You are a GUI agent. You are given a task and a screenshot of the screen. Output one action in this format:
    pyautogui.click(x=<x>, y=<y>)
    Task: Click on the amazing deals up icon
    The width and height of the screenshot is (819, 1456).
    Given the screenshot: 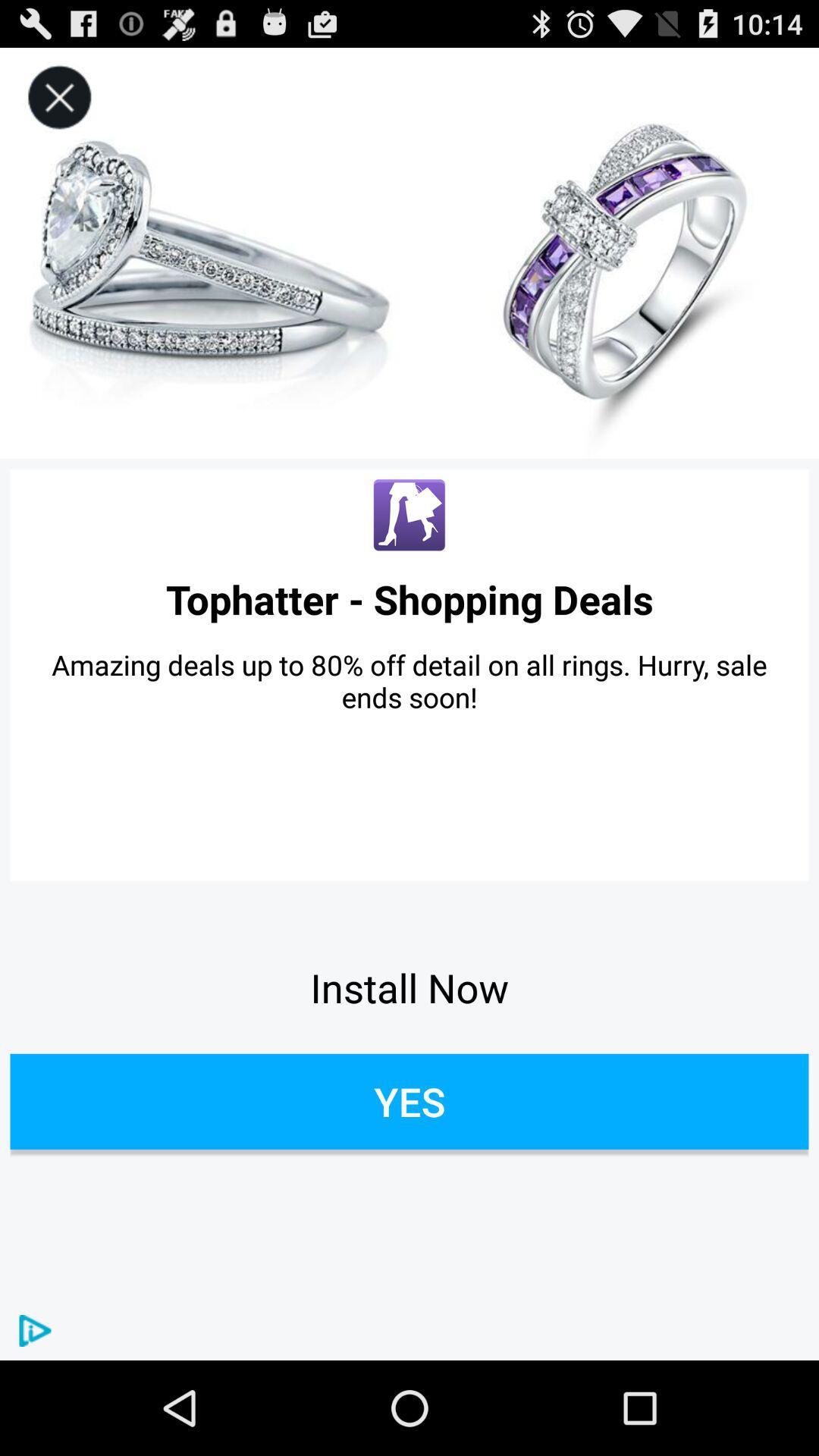 What is the action you would take?
    pyautogui.click(x=409, y=680)
    